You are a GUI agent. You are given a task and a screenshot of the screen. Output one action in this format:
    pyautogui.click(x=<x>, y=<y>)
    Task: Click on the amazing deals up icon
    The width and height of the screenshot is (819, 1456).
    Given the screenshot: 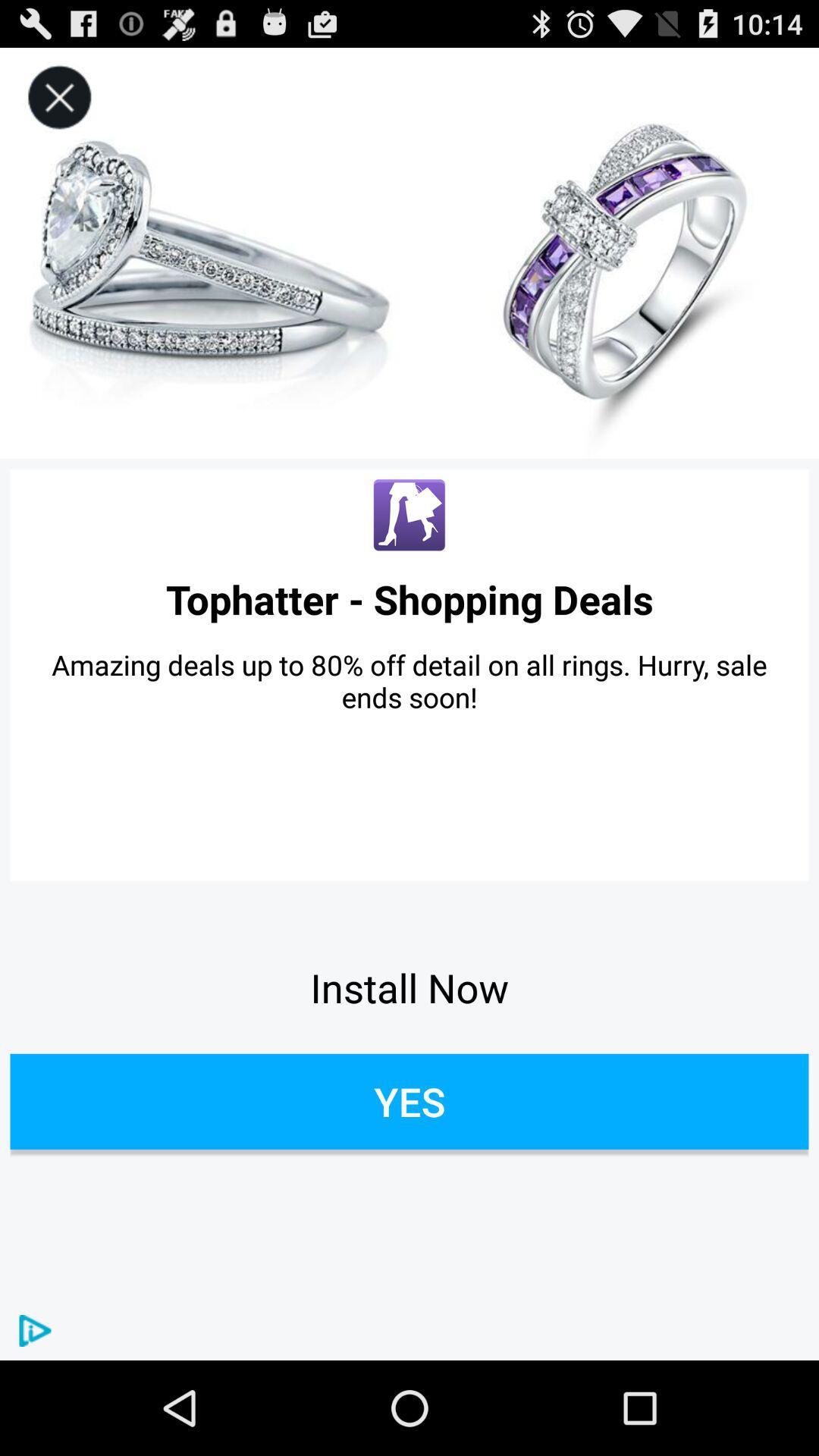 What is the action you would take?
    pyautogui.click(x=409, y=680)
    